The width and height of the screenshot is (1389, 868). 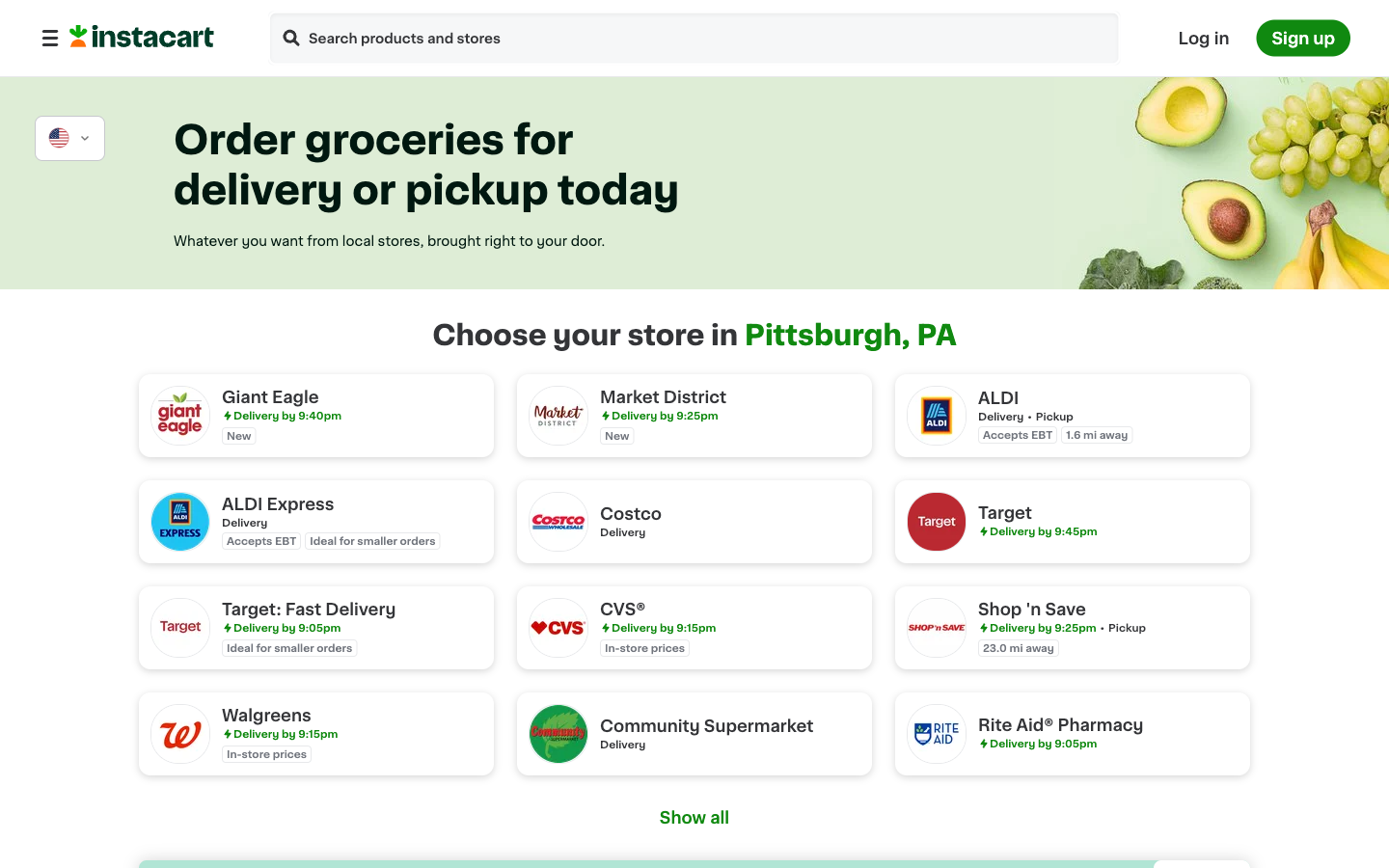 What do you see at coordinates (141, 41) in the screenshot?
I see `Instacart"s main page` at bounding box center [141, 41].